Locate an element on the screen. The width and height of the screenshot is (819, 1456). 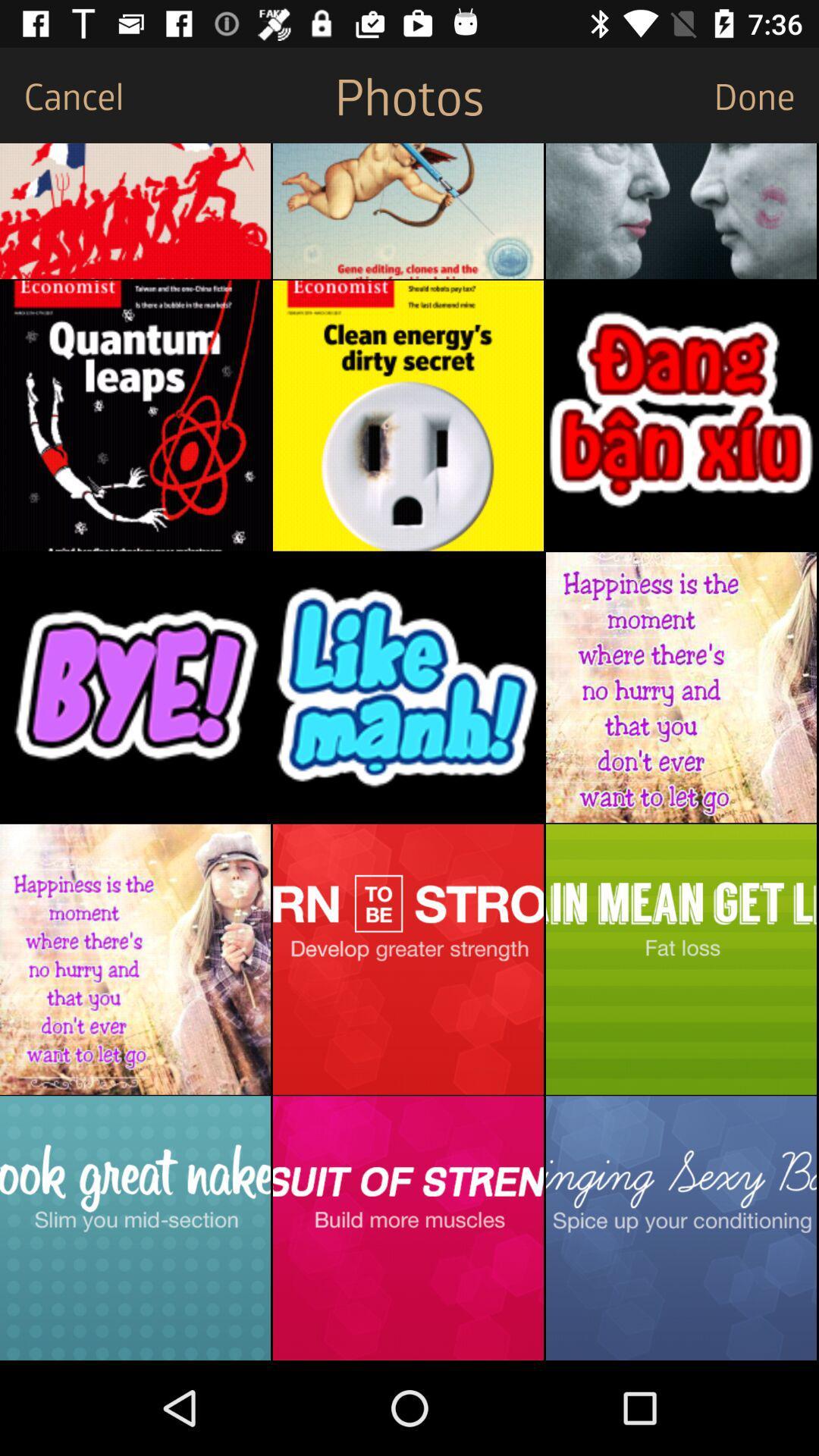
the item below done is located at coordinates (680, 210).